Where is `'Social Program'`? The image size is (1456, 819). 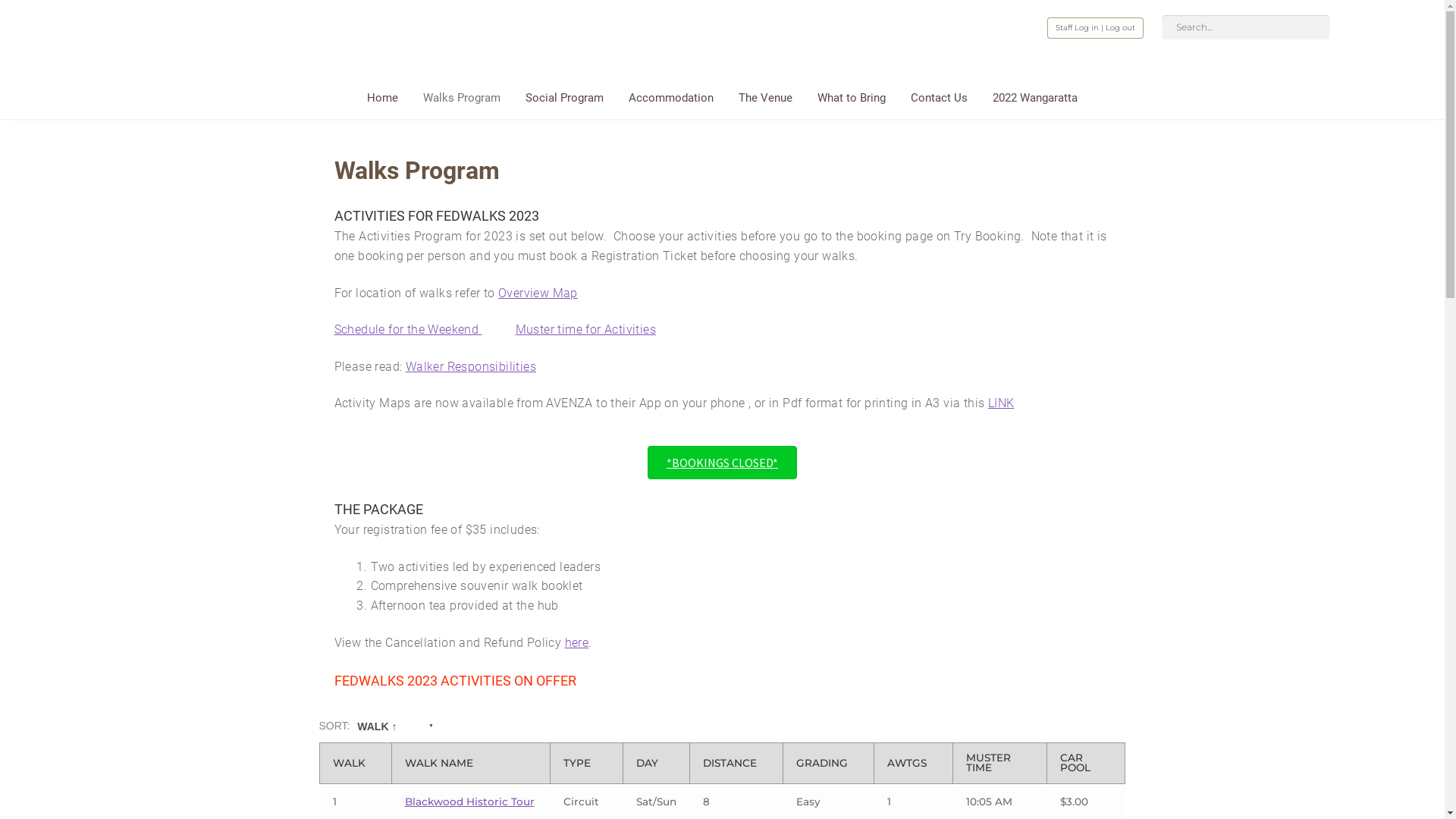 'Social Program' is located at coordinates (563, 102).